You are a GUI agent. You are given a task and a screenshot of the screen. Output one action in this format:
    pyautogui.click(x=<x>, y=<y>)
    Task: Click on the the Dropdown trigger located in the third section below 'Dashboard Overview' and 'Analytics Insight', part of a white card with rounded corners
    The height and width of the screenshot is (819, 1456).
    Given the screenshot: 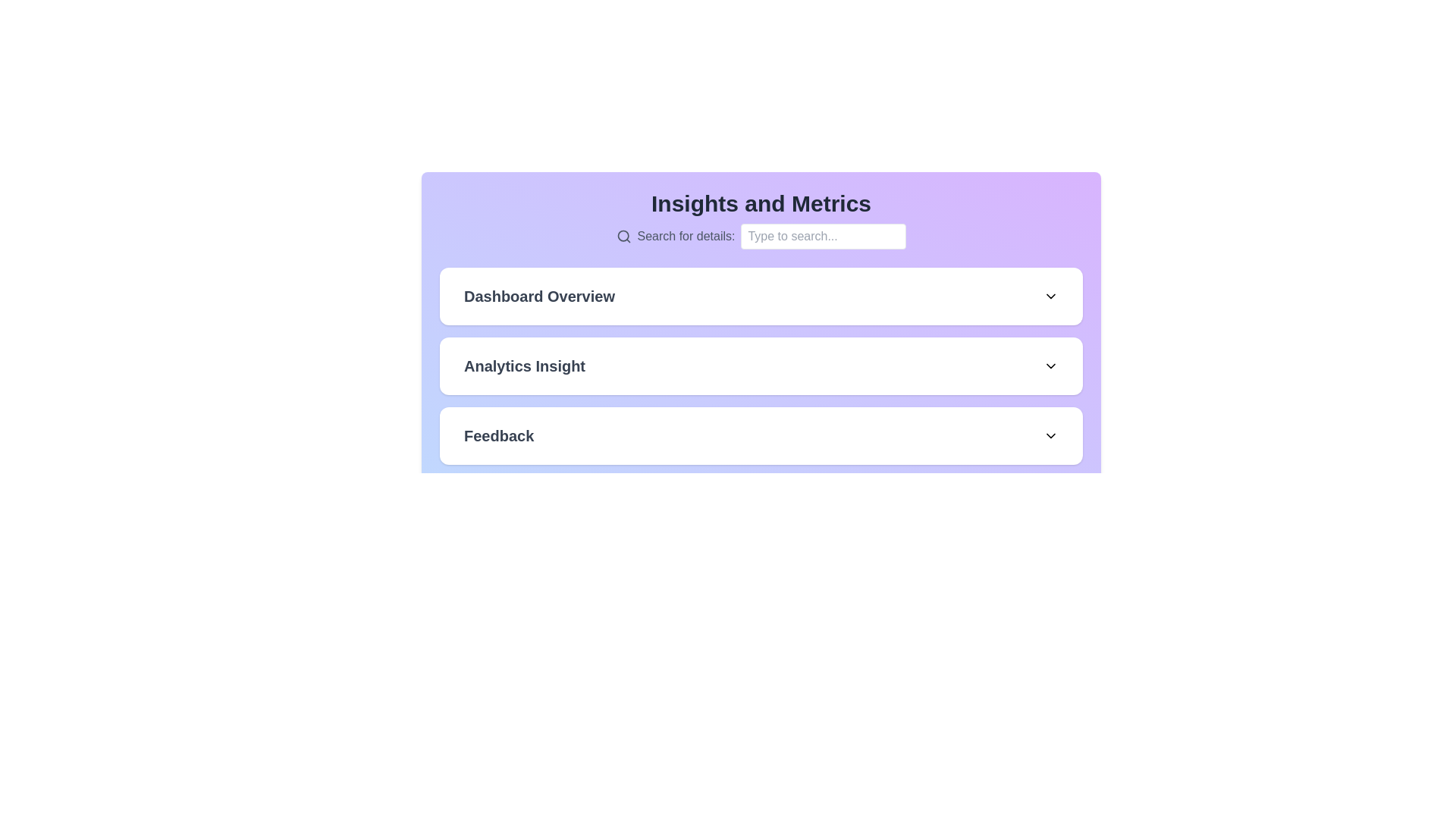 What is the action you would take?
    pyautogui.click(x=761, y=435)
    